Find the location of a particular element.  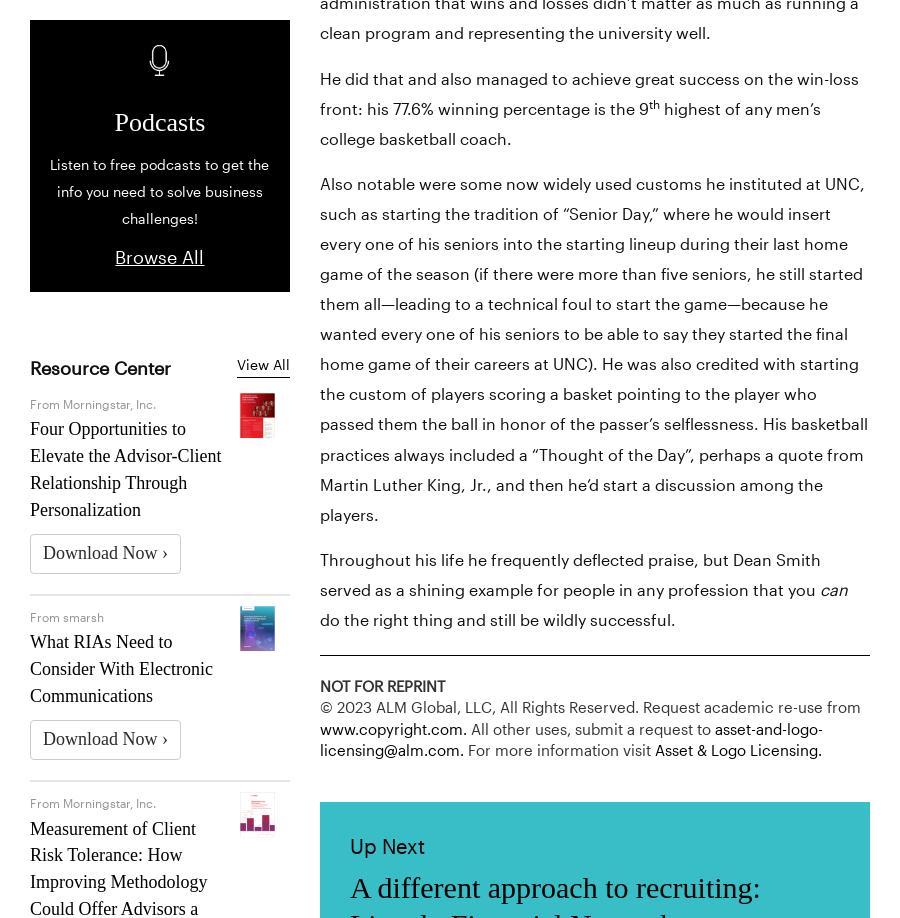

'can' is located at coordinates (833, 588).